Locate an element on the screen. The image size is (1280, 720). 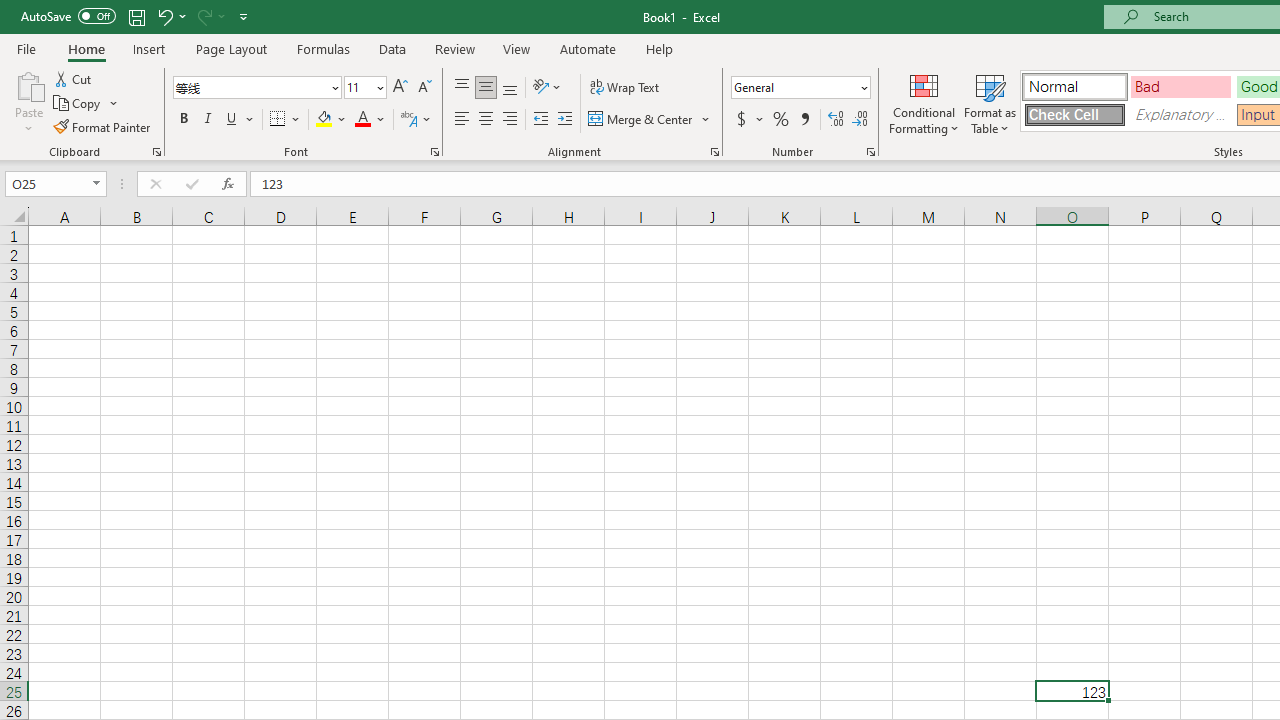
'Office Clipboard...' is located at coordinates (155, 150).